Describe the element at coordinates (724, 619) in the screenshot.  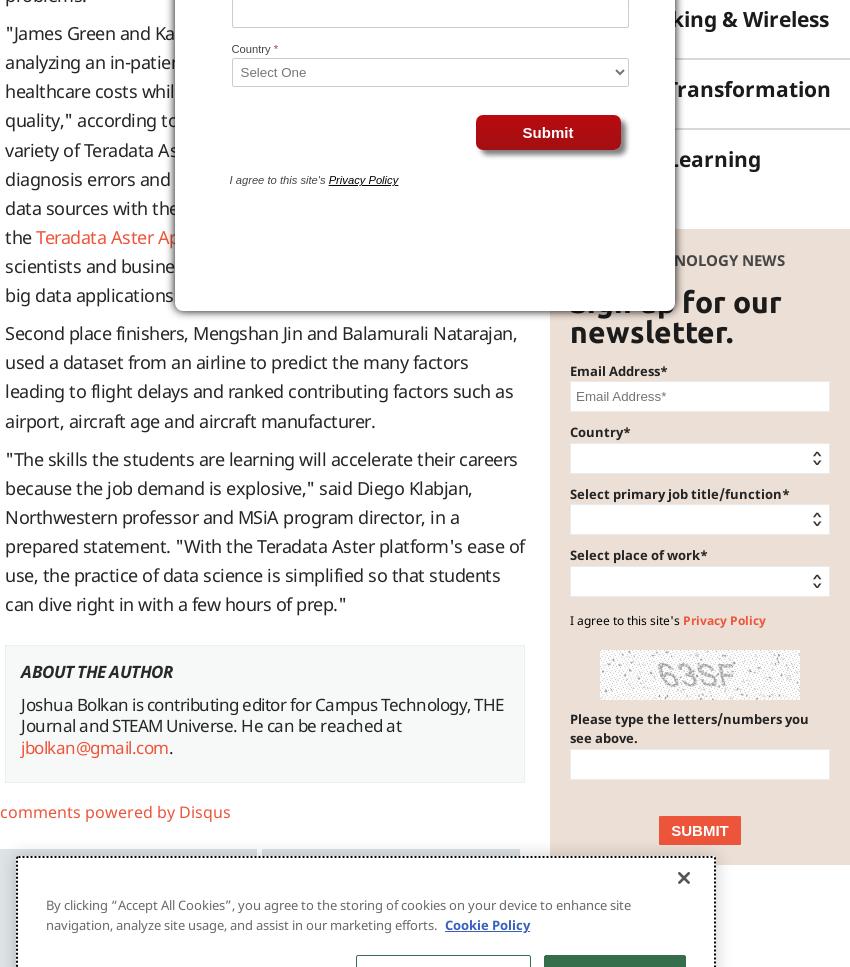
I see `'Privacy Policy'` at that location.